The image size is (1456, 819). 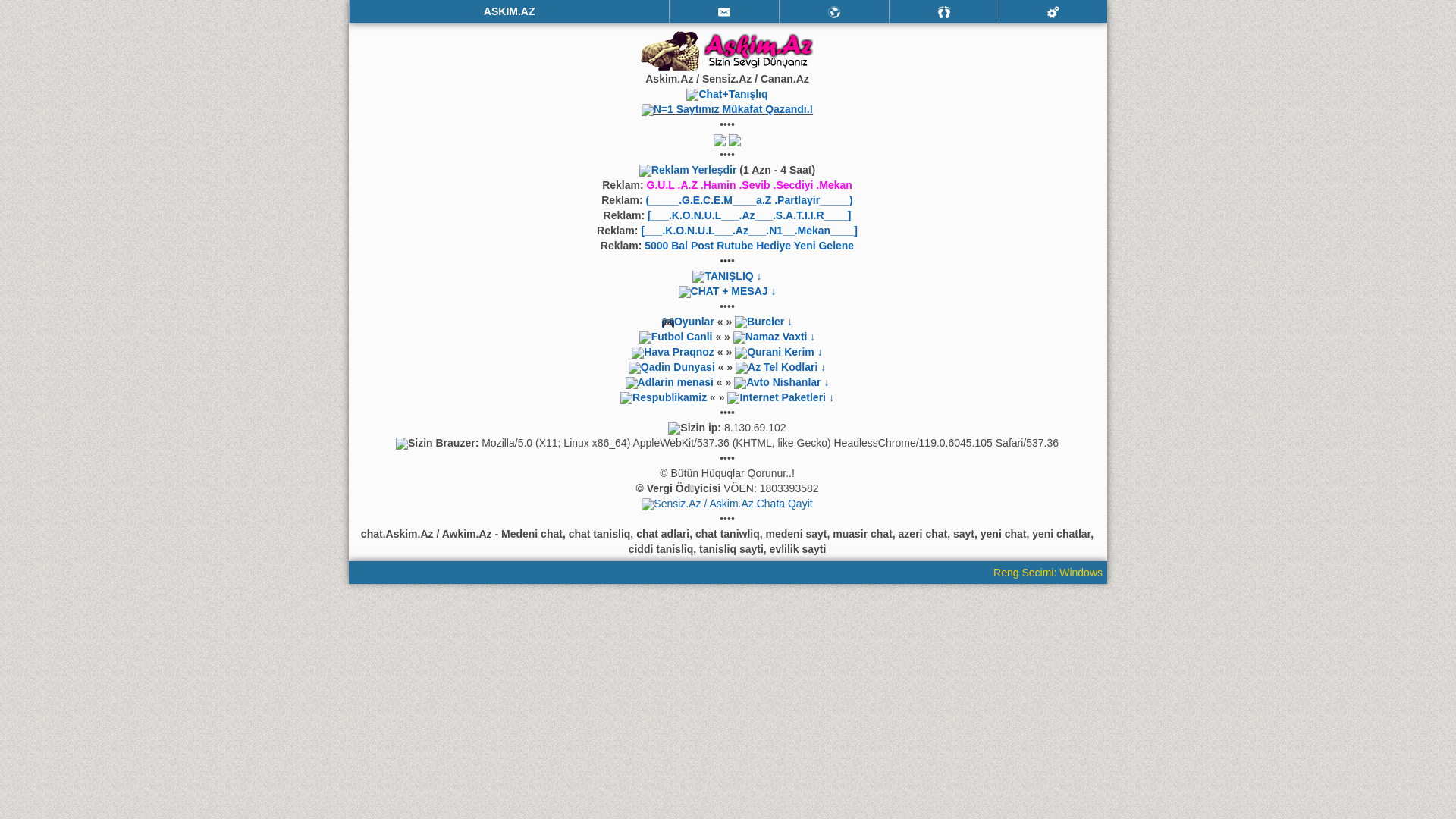 What do you see at coordinates (681, 335) in the screenshot?
I see `'Futbol Canli'` at bounding box center [681, 335].